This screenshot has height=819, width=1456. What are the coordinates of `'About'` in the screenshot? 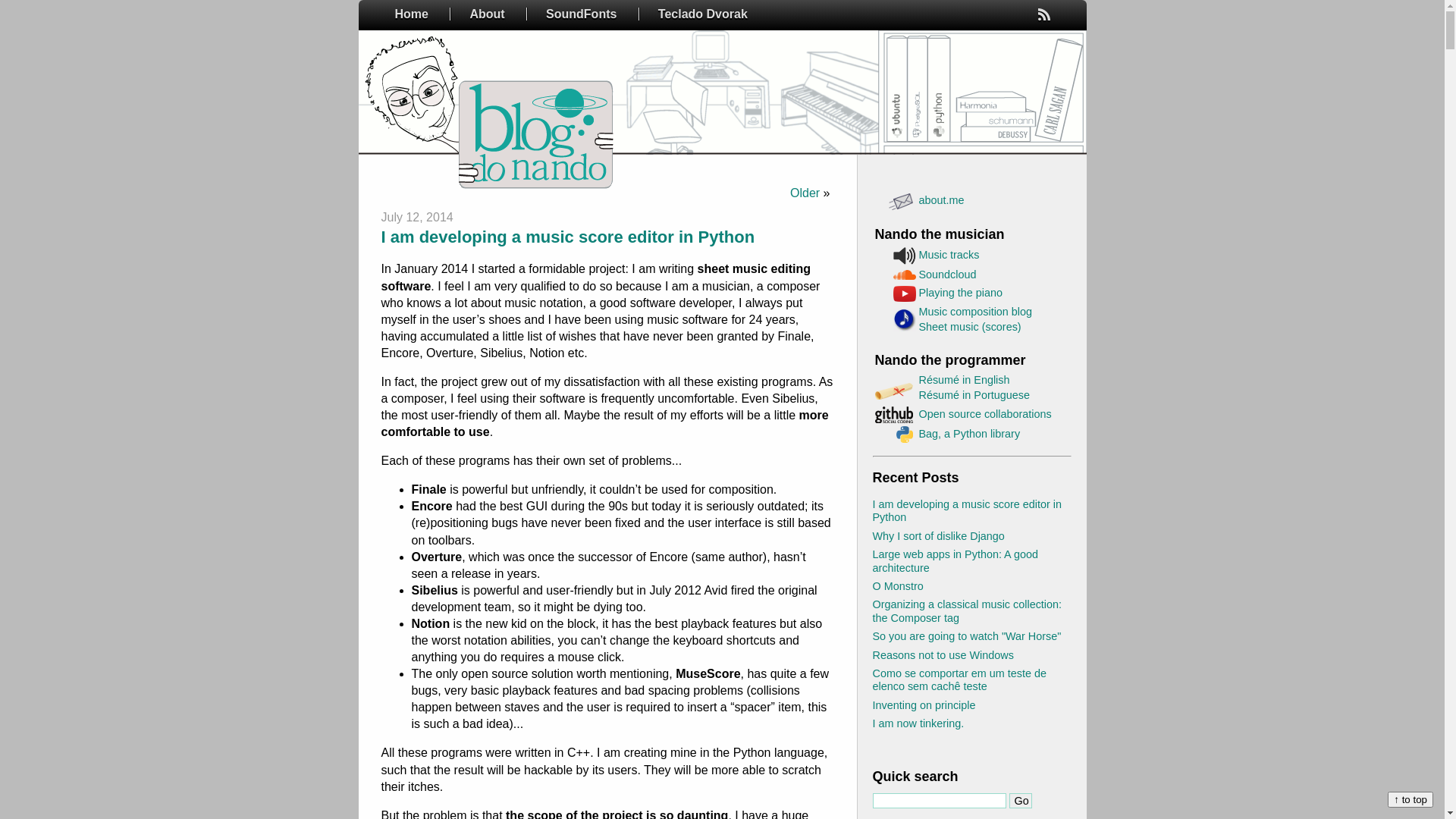 It's located at (486, 14).